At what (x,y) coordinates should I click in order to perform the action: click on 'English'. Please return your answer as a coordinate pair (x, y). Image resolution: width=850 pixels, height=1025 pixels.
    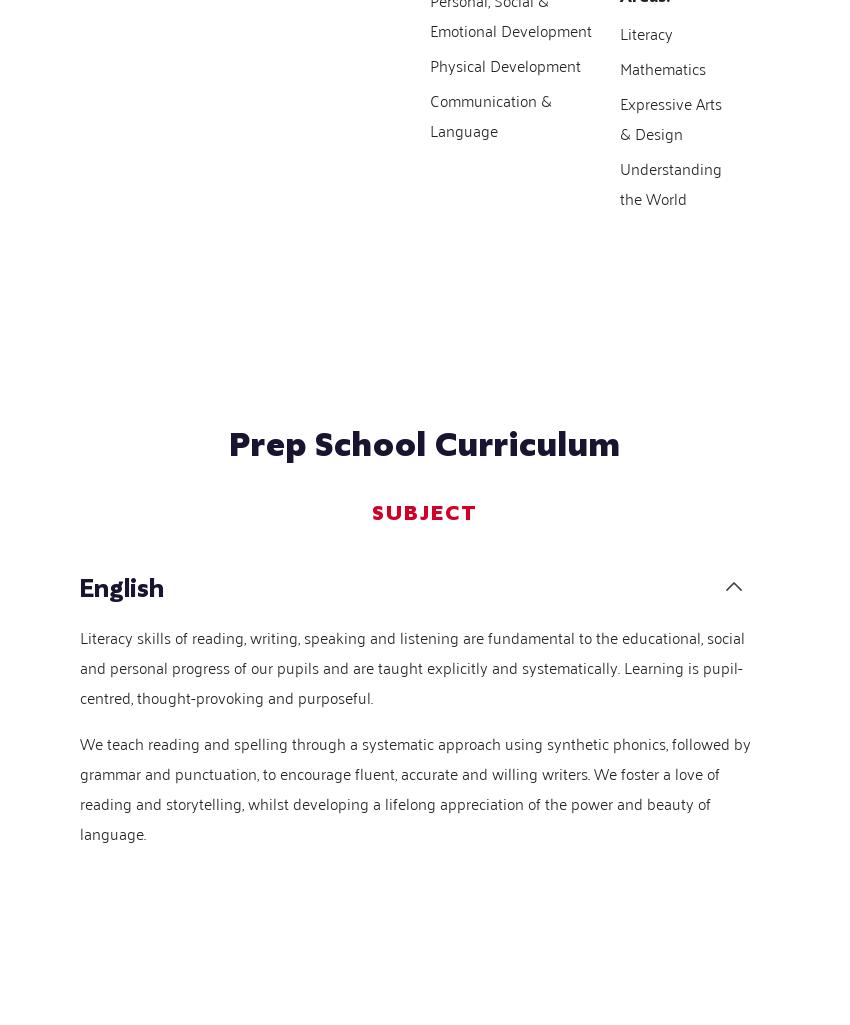
    Looking at the image, I should click on (120, 588).